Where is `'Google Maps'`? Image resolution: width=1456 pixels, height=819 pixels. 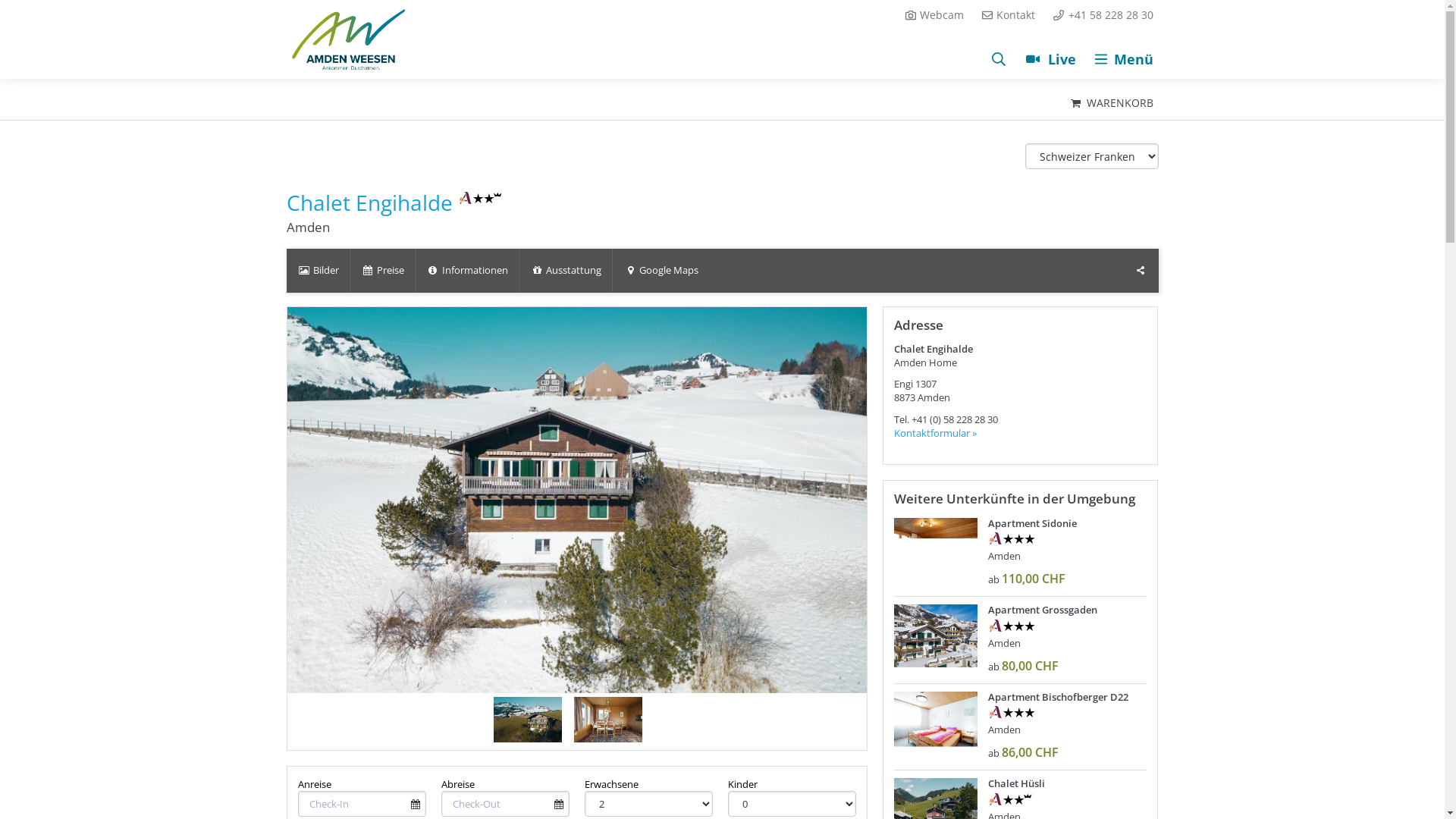
'Google Maps' is located at coordinates (661, 270).